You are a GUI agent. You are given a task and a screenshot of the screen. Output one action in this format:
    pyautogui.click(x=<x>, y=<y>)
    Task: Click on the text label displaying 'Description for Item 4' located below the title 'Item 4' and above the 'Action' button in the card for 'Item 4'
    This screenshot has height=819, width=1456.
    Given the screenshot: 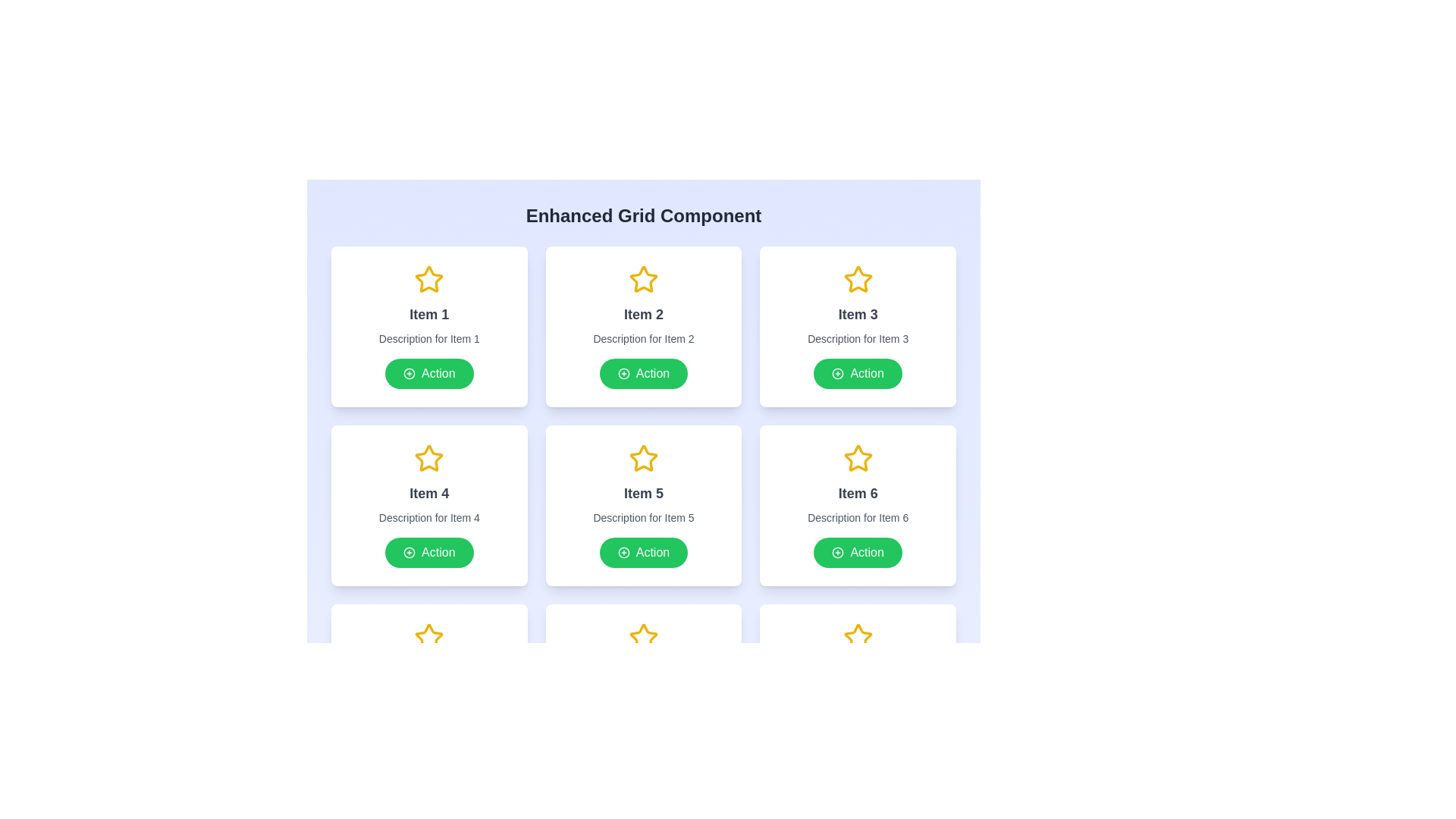 What is the action you would take?
    pyautogui.click(x=428, y=516)
    